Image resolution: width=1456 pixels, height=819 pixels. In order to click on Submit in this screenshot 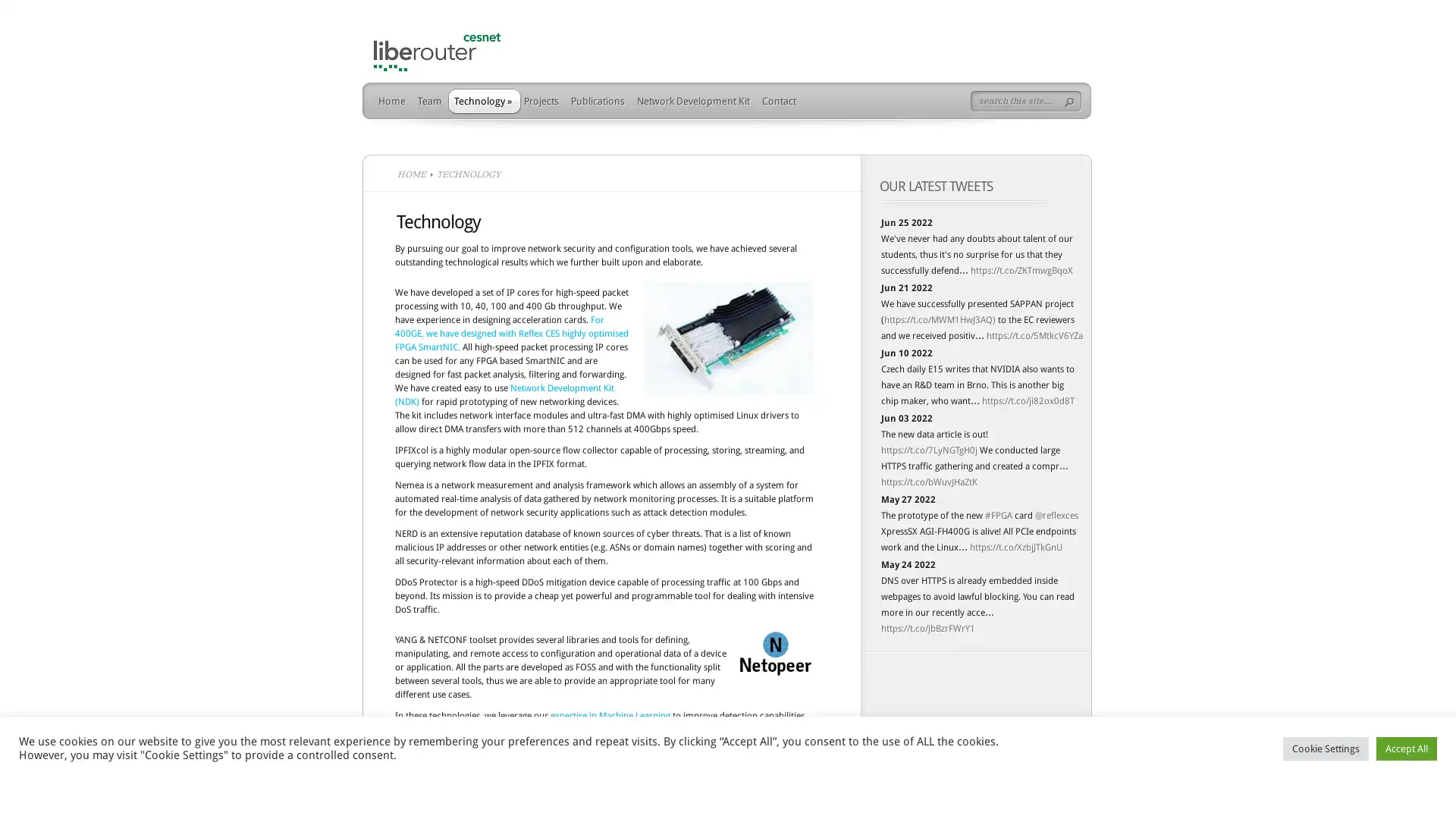, I will do `click(1072, 102)`.